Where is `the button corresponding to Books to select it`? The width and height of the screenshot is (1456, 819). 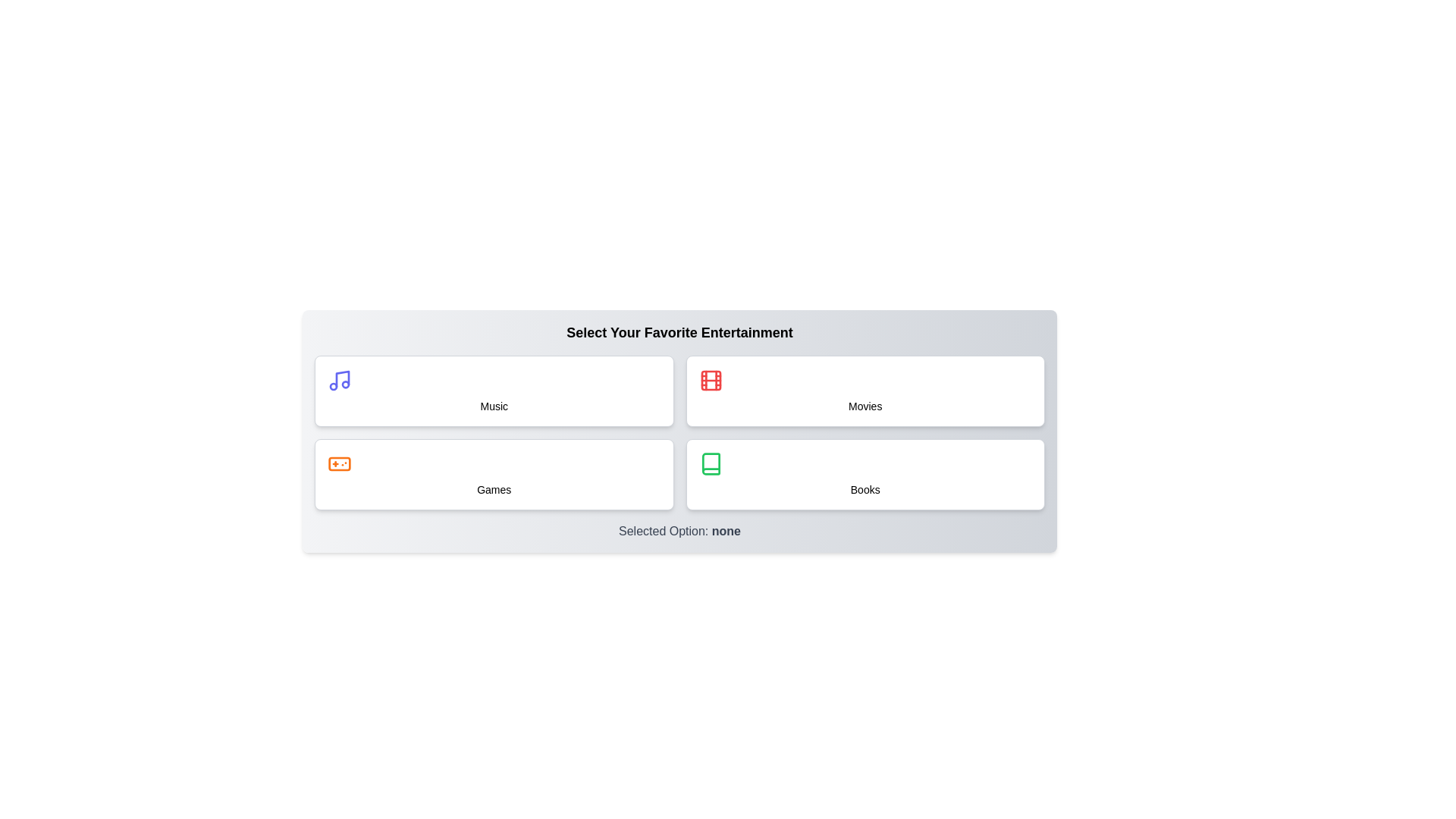
the button corresponding to Books to select it is located at coordinates (865, 473).